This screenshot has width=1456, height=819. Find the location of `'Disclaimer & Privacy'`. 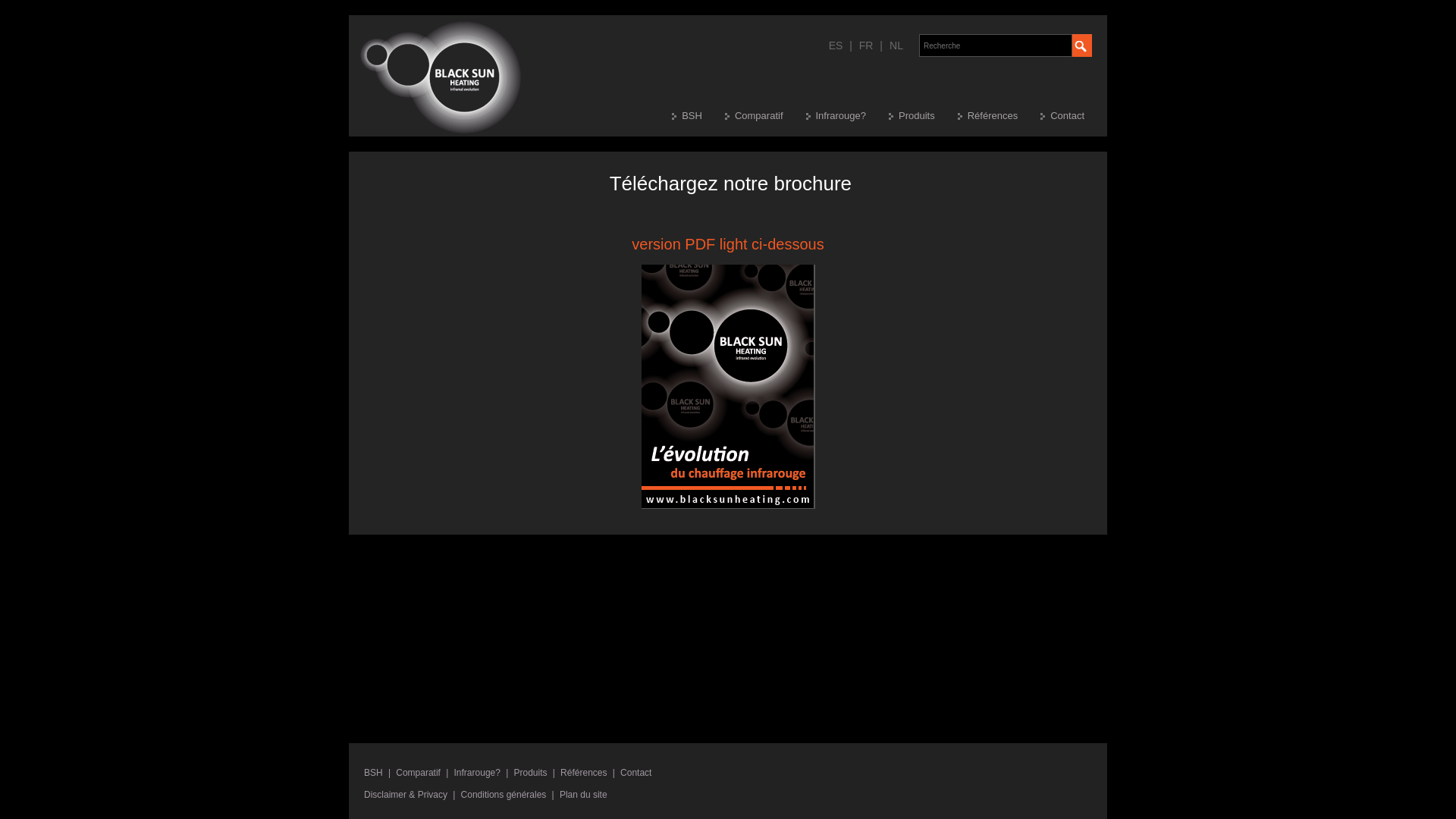

'Disclaimer & Privacy' is located at coordinates (405, 794).